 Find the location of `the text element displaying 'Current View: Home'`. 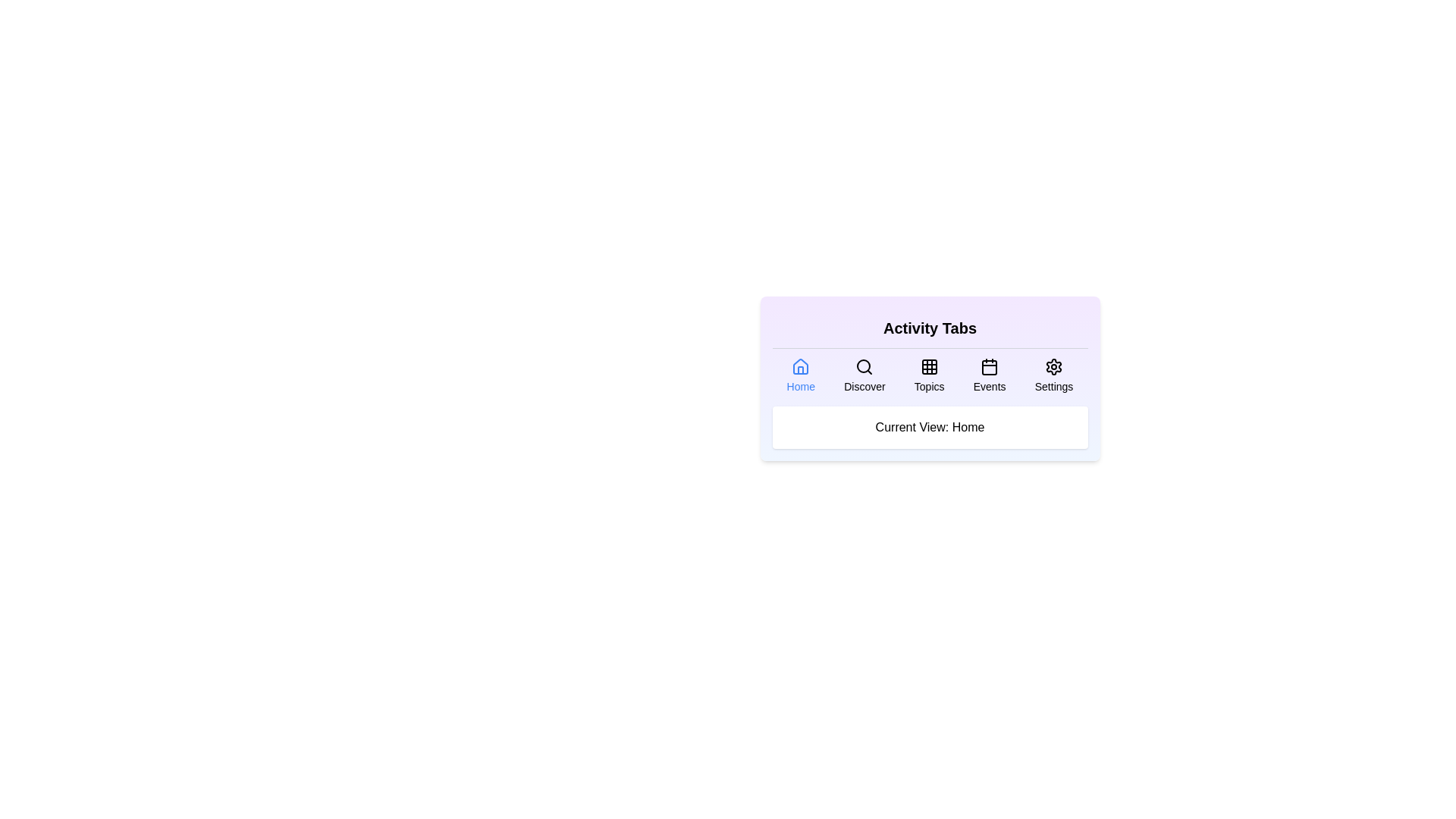

the text element displaying 'Current View: Home' is located at coordinates (929, 427).